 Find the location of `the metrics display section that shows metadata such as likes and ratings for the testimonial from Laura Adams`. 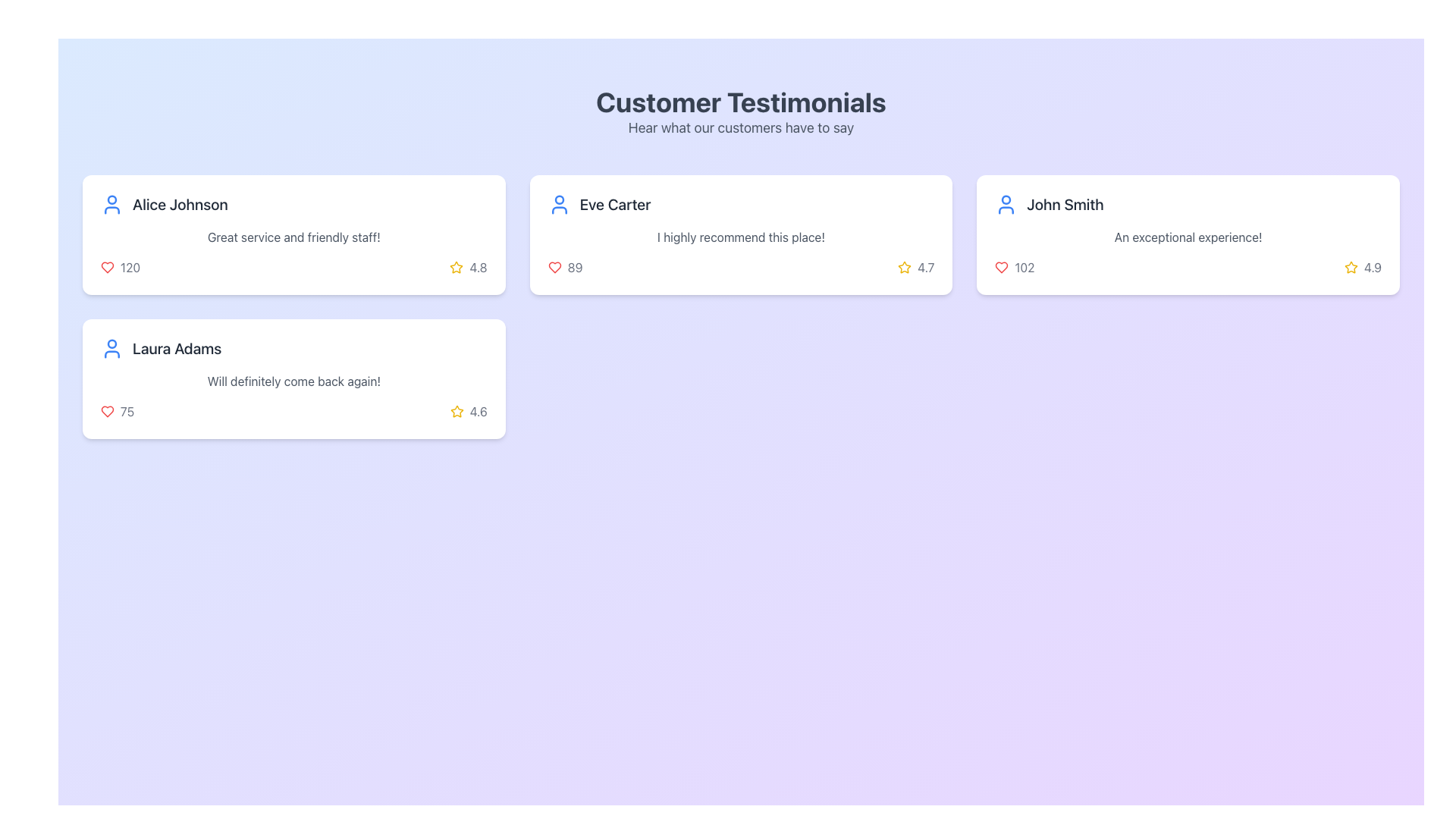

the metrics display section that shows metadata such as likes and ratings for the testimonial from Laura Adams is located at coordinates (293, 412).